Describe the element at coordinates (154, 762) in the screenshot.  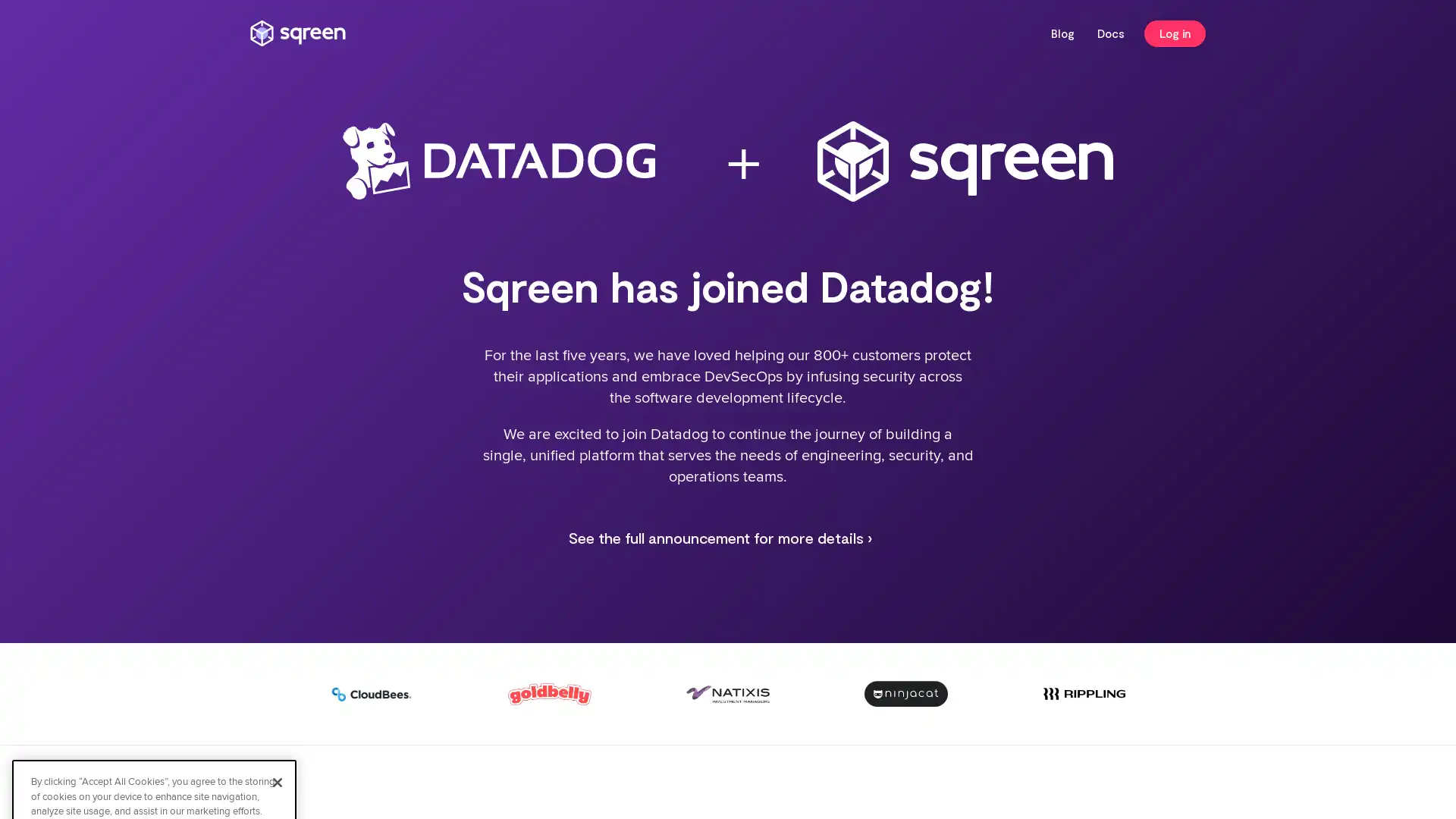
I see `Reject All` at that location.